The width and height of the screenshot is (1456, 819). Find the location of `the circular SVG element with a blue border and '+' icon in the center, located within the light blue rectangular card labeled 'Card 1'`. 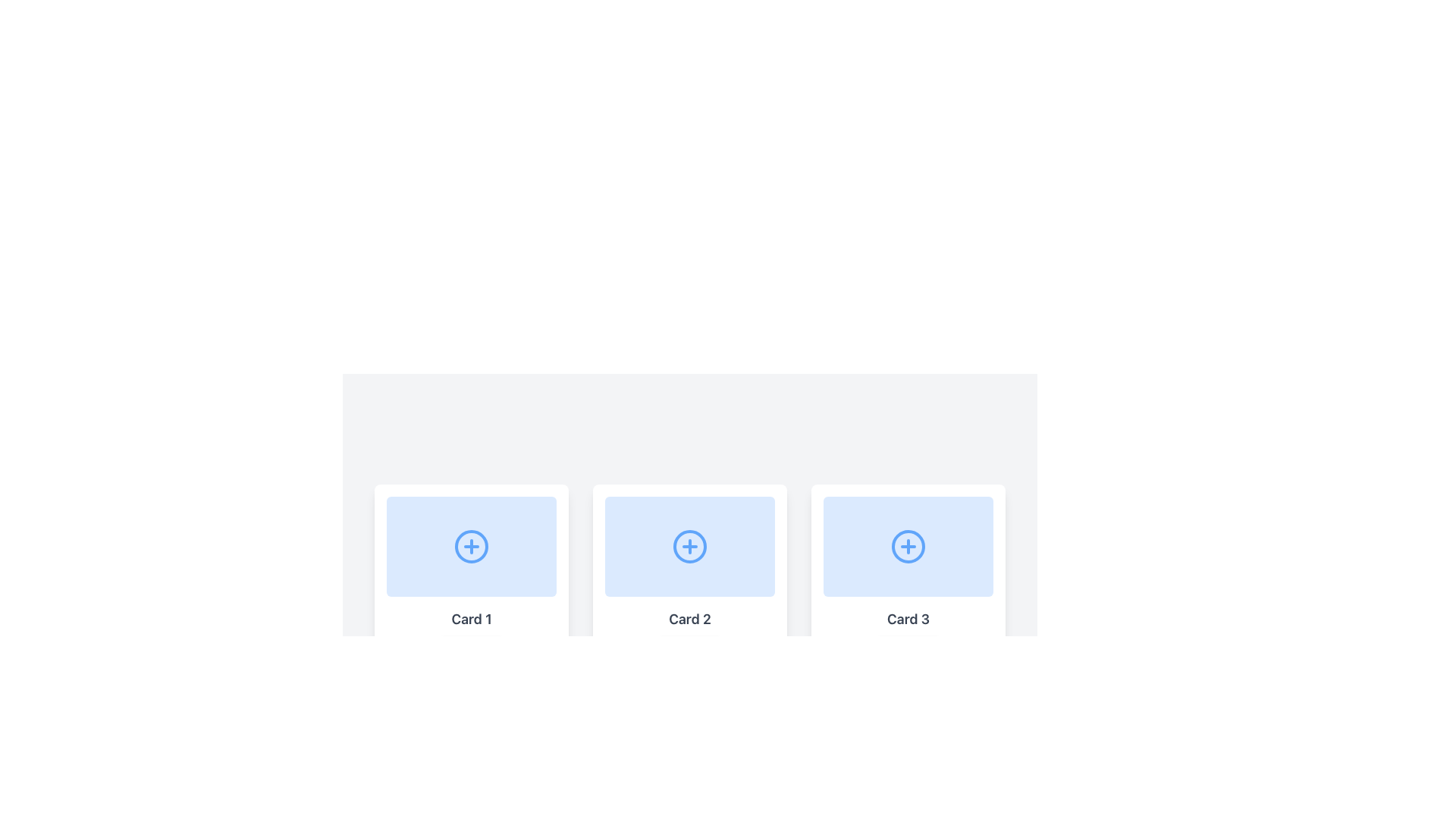

the circular SVG element with a blue border and '+' icon in the center, located within the light blue rectangular card labeled 'Card 1' is located at coordinates (471, 547).